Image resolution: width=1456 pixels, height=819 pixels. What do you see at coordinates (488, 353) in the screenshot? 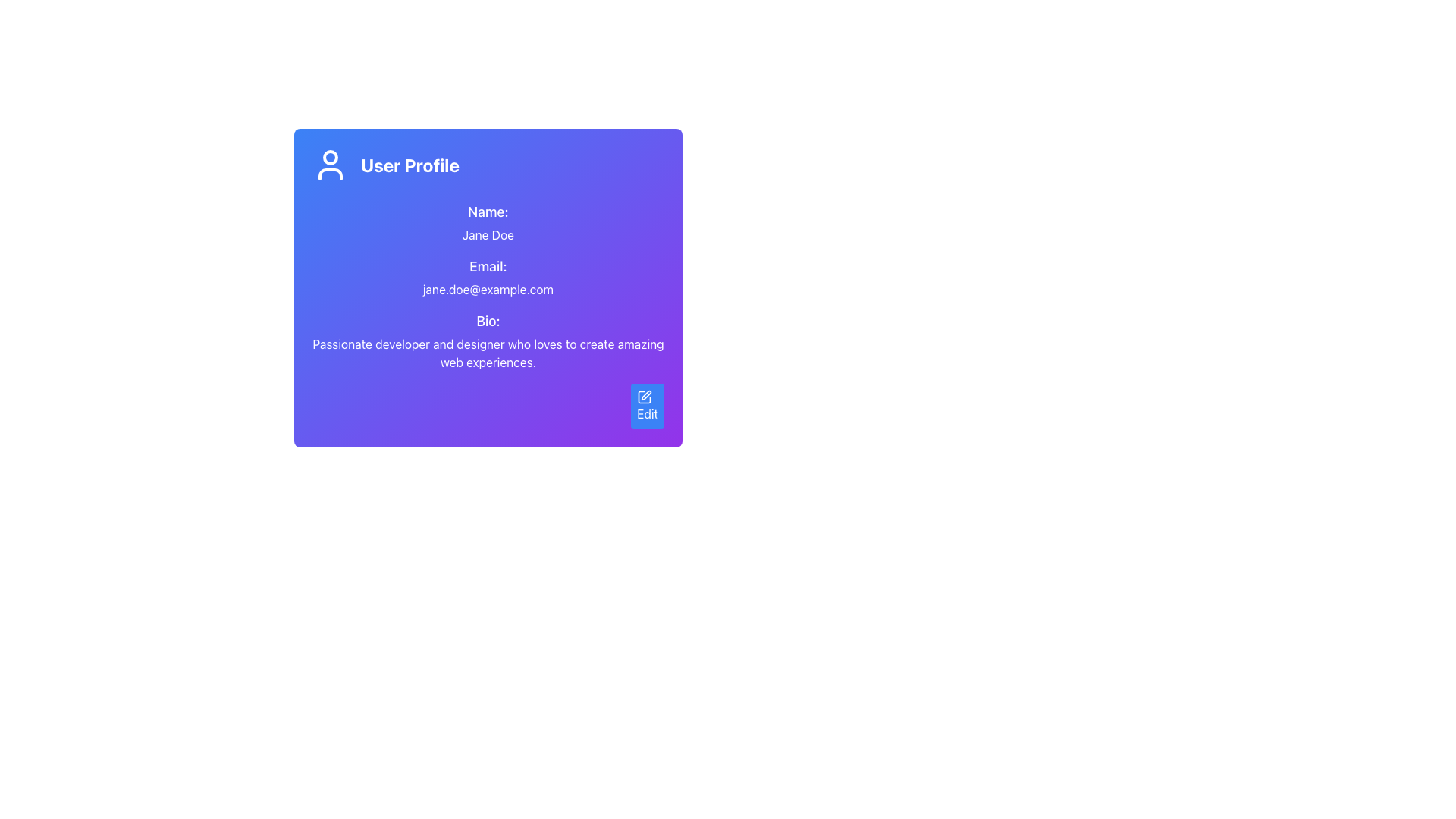
I see `the static text displaying 'Passionate developer and designer who loves to create amazing web experiences.' located under the 'Bio:' label in the user profile section` at bounding box center [488, 353].